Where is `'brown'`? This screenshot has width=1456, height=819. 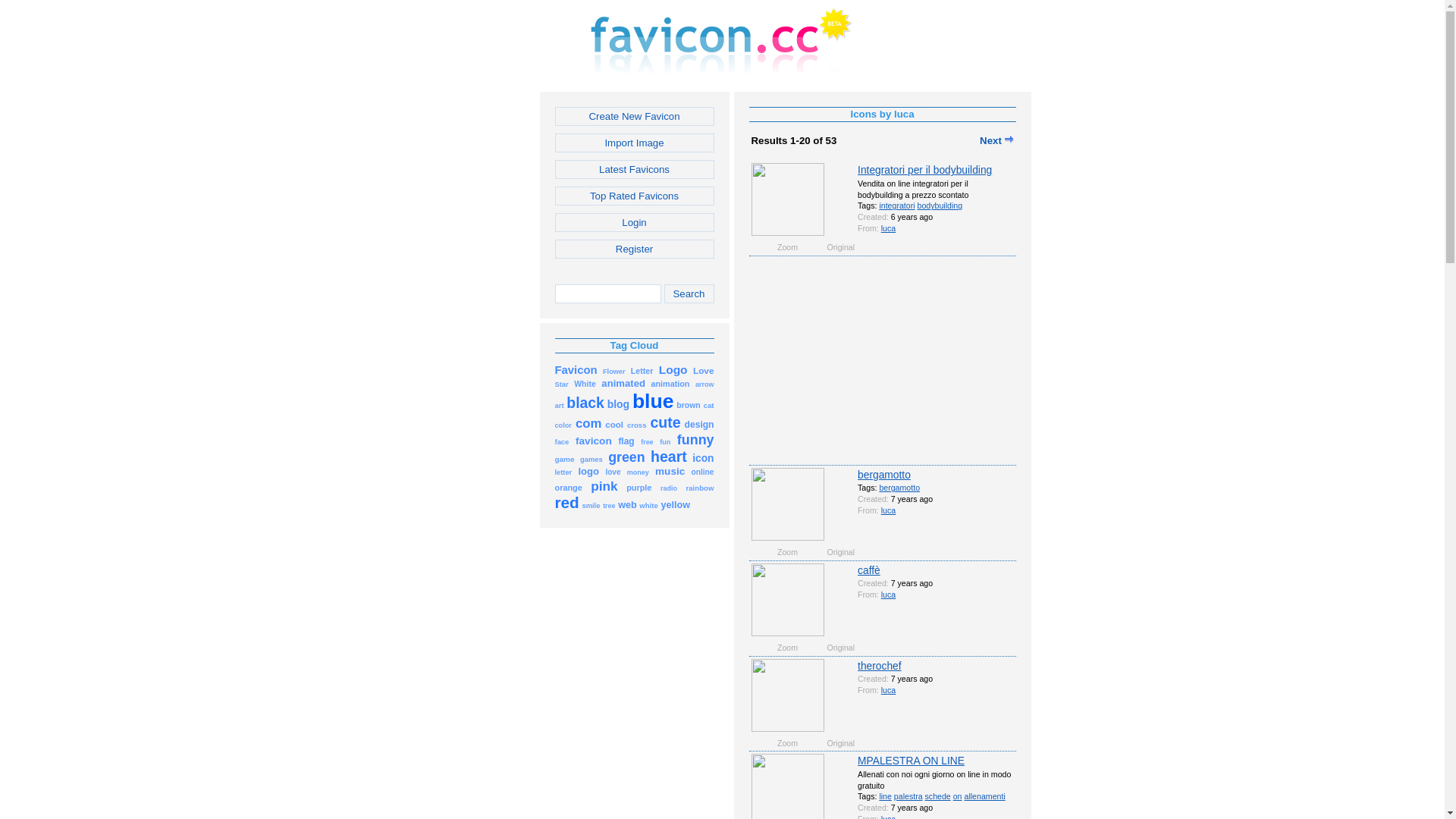 'brown' is located at coordinates (687, 403).